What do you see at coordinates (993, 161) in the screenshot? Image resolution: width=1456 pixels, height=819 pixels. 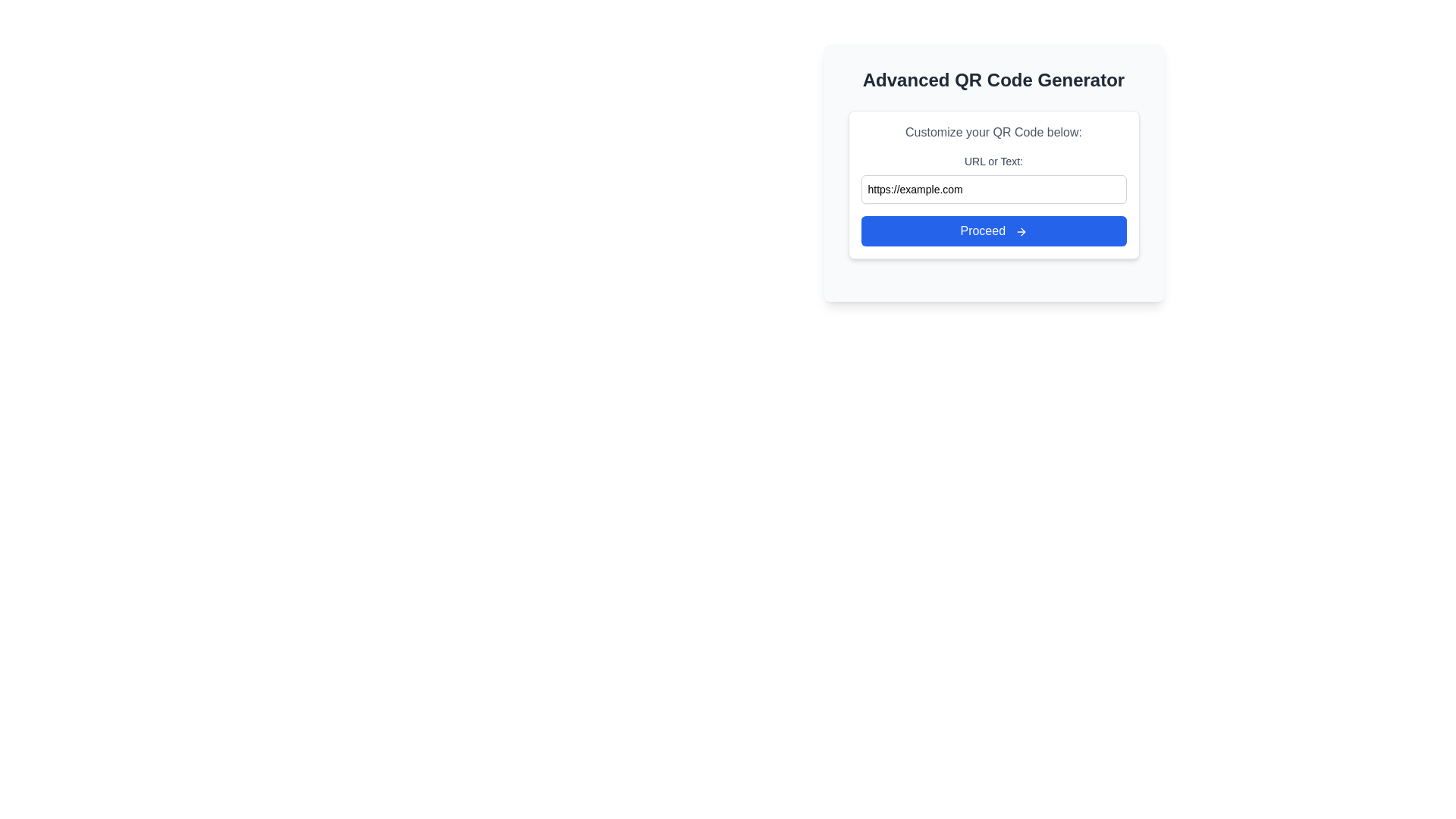 I see `the Text Label that indicates the purpose of the text input field for entering a URL, located above the text input field in the form titled 'Customize your QR Code below:'` at bounding box center [993, 161].